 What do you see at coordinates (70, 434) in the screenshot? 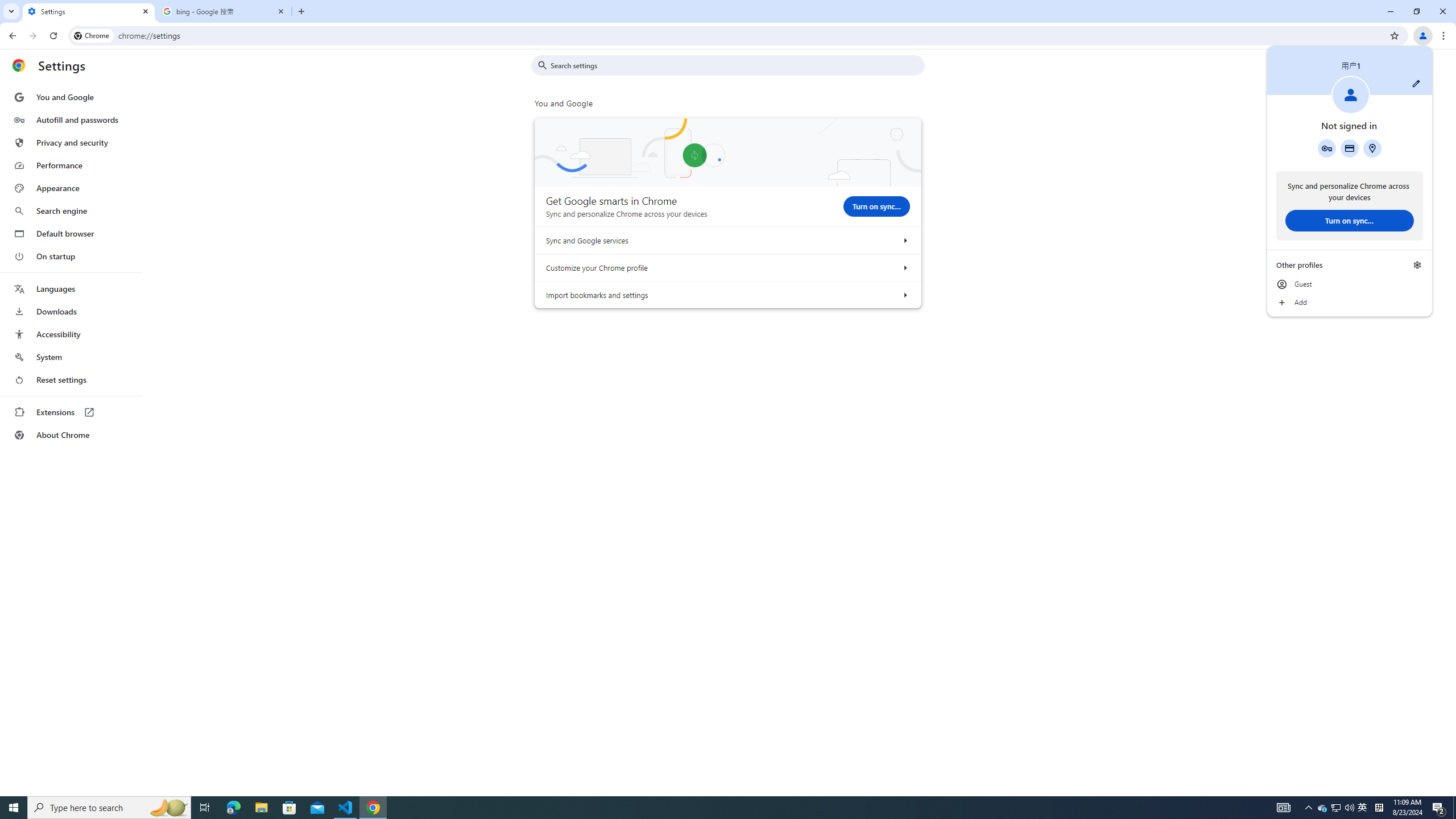
I see `'About Chrome'` at bounding box center [70, 434].